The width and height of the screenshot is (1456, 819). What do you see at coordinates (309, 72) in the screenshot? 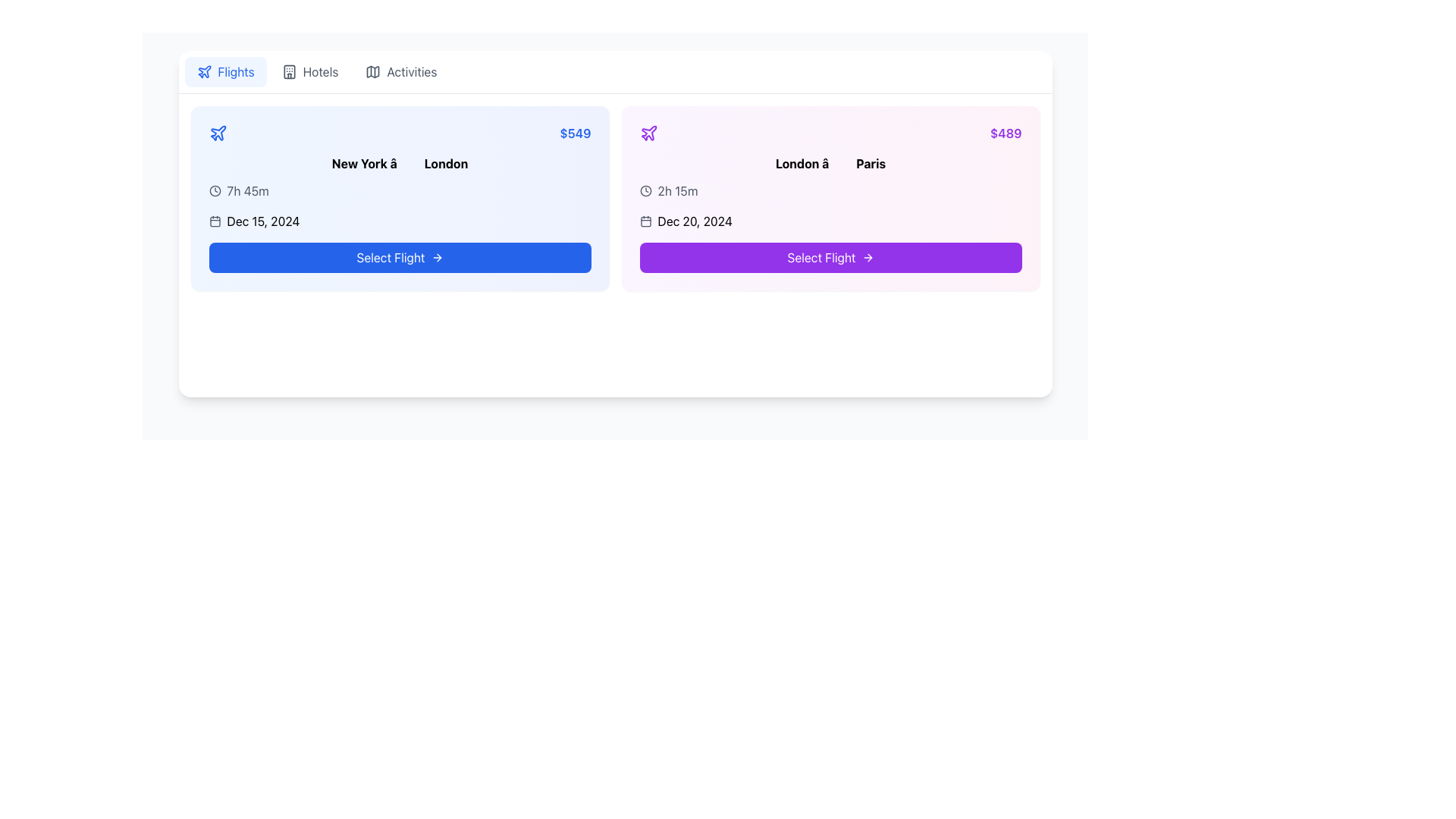
I see `the 'Hotels' button, which is a rectangular button with rounded edges and a building icon` at bounding box center [309, 72].